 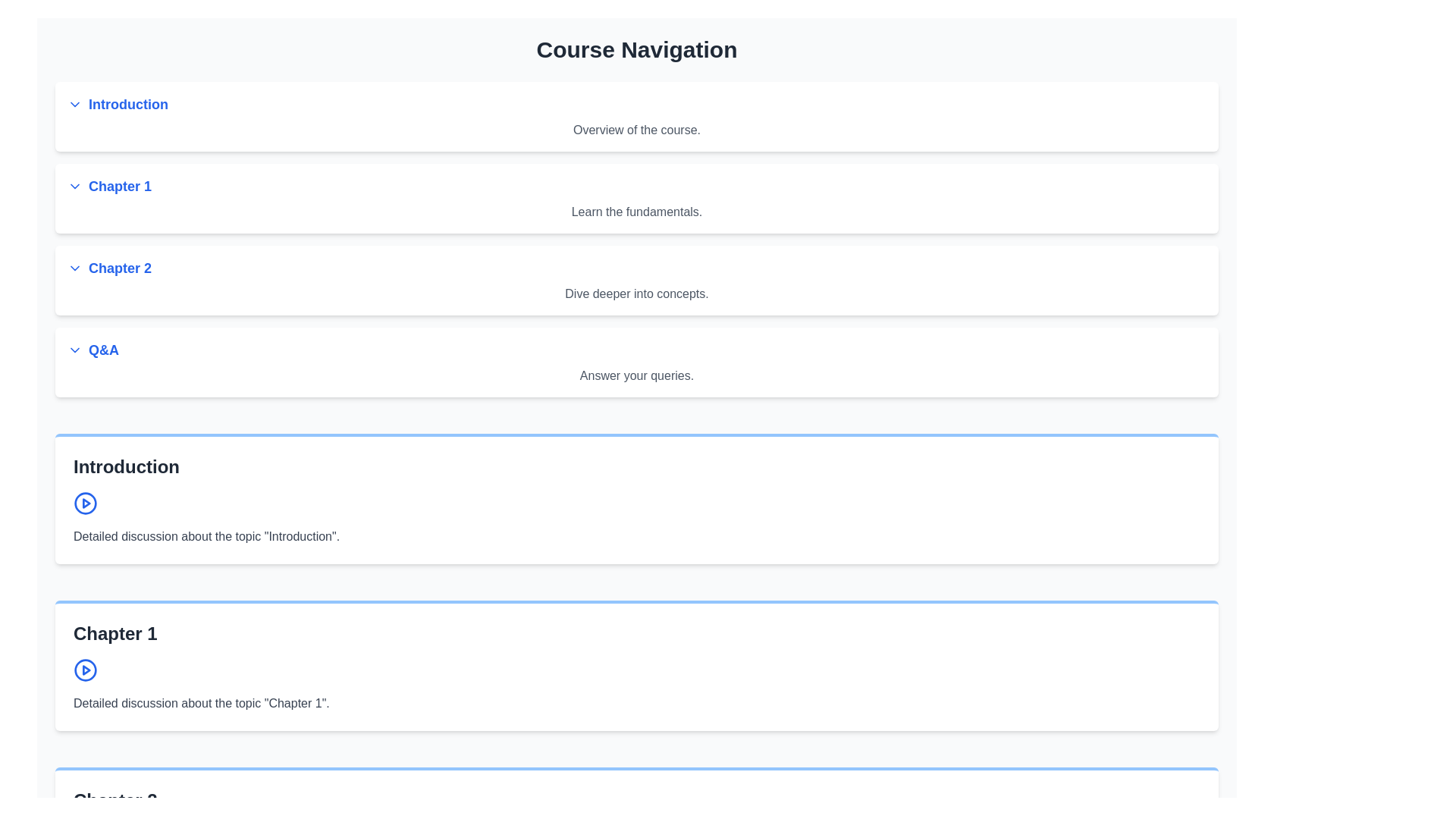 What do you see at coordinates (74, 186) in the screenshot?
I see `the small downward-pointing chevron icon adjacent to the text 'Chapter 1'` at bounding box center [74, 186].